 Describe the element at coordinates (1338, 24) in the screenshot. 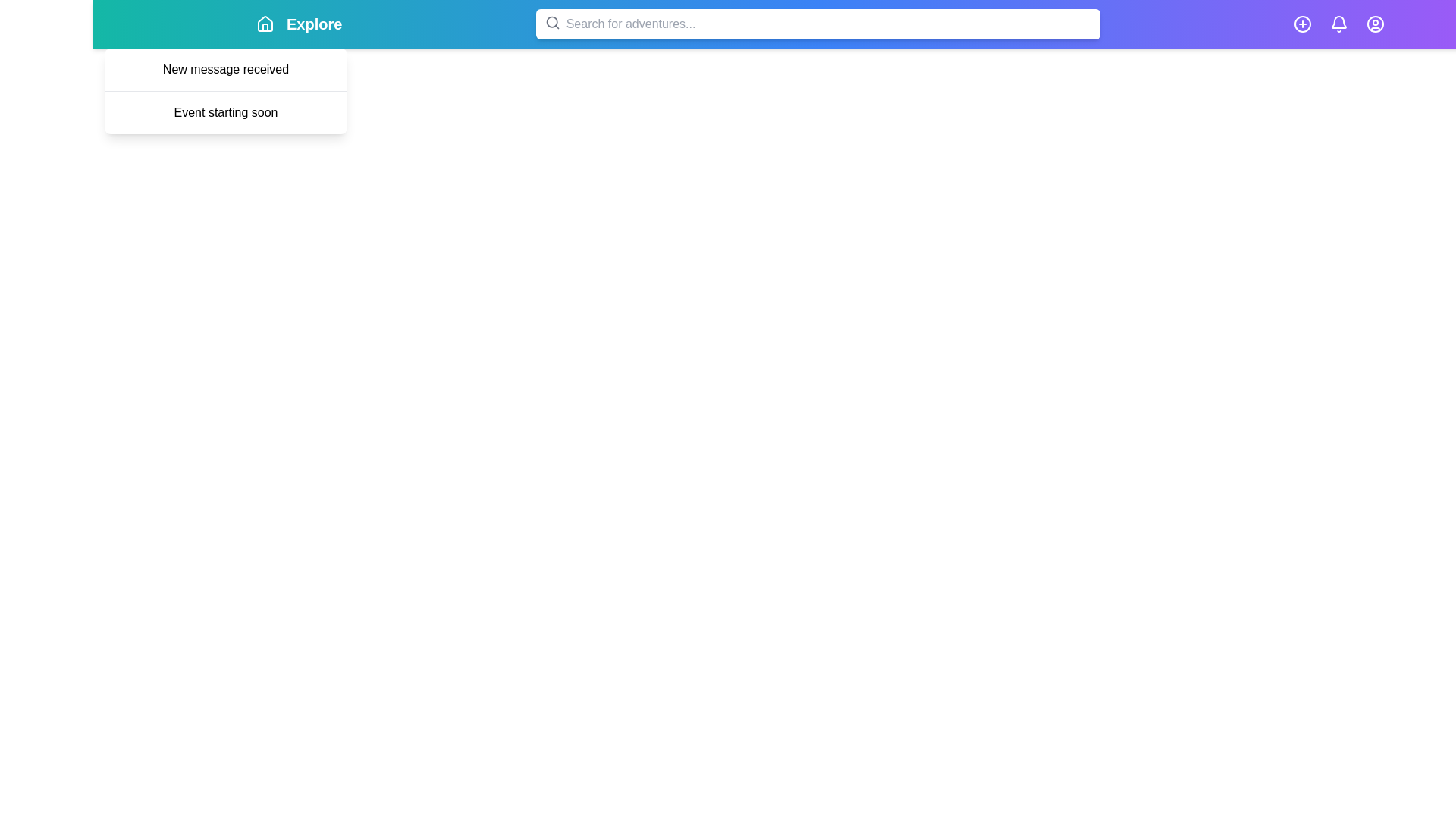

I see `bell icon to toggle the notifications panel` at that location.